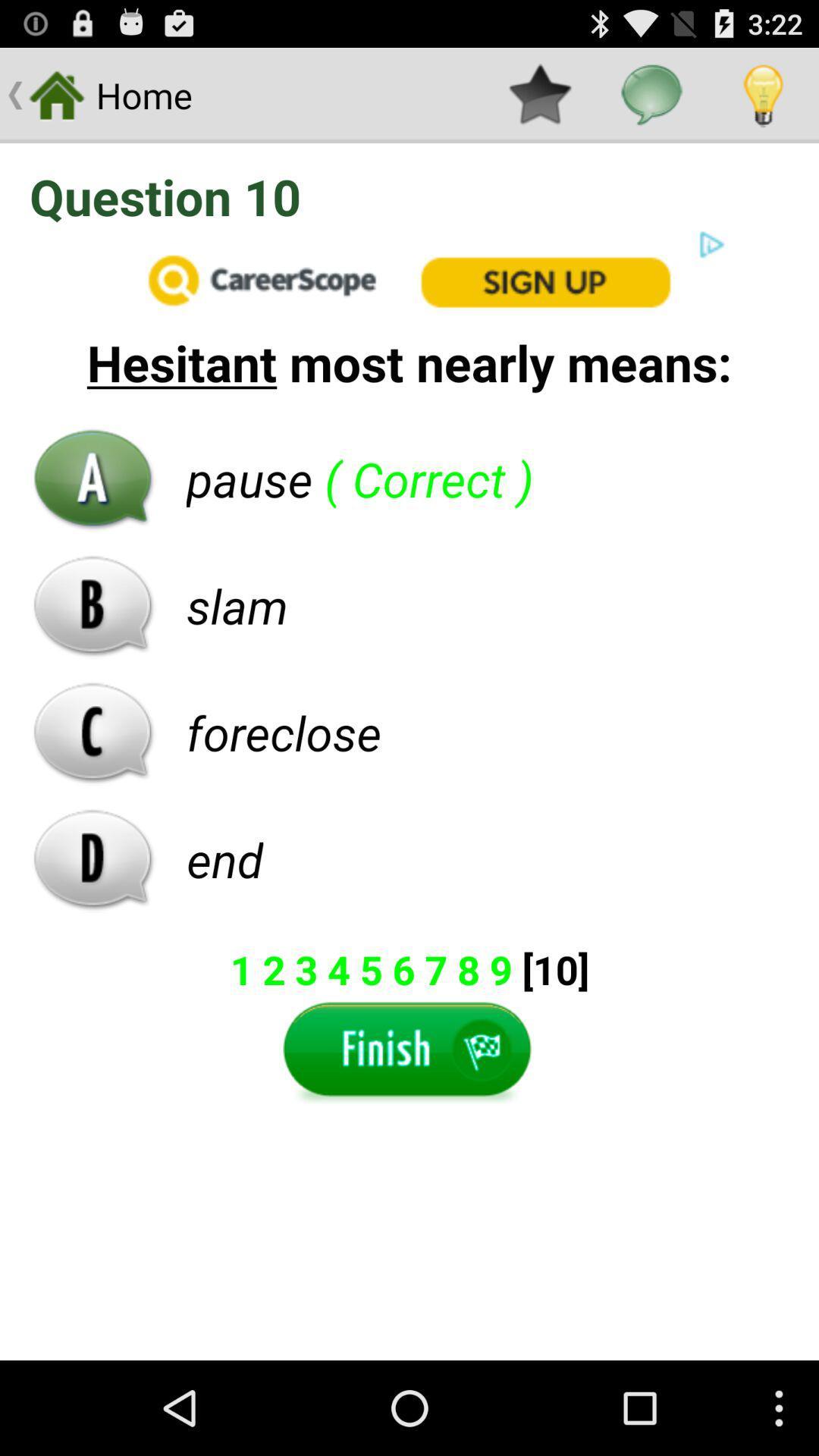 The width and height of the screenshot is (819, 1456). I want to click on option d, so click(93, 859).